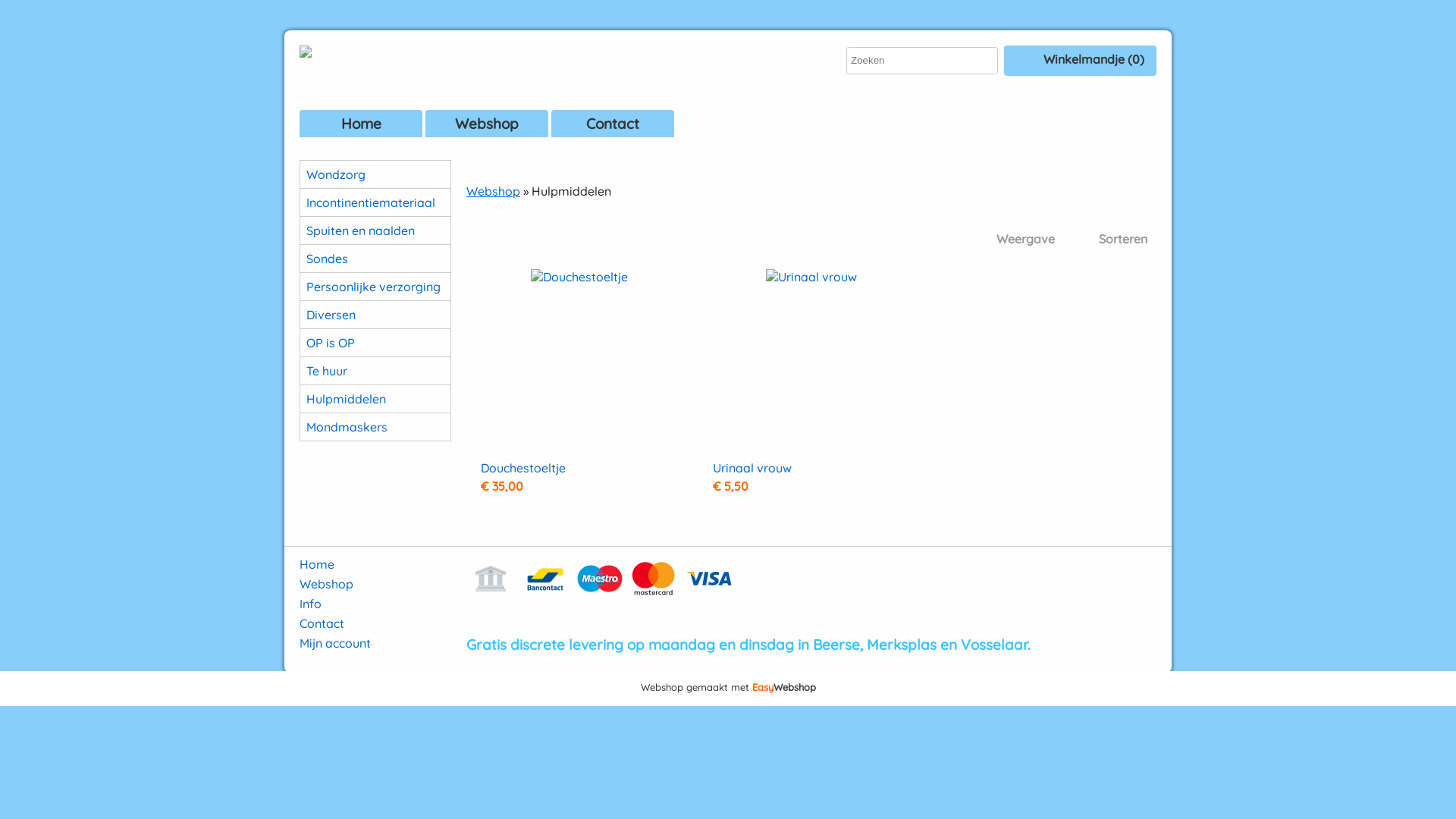  Describe the element at coordinates (375, 371) in the screenshot. I see `'Te huur'` at that location.